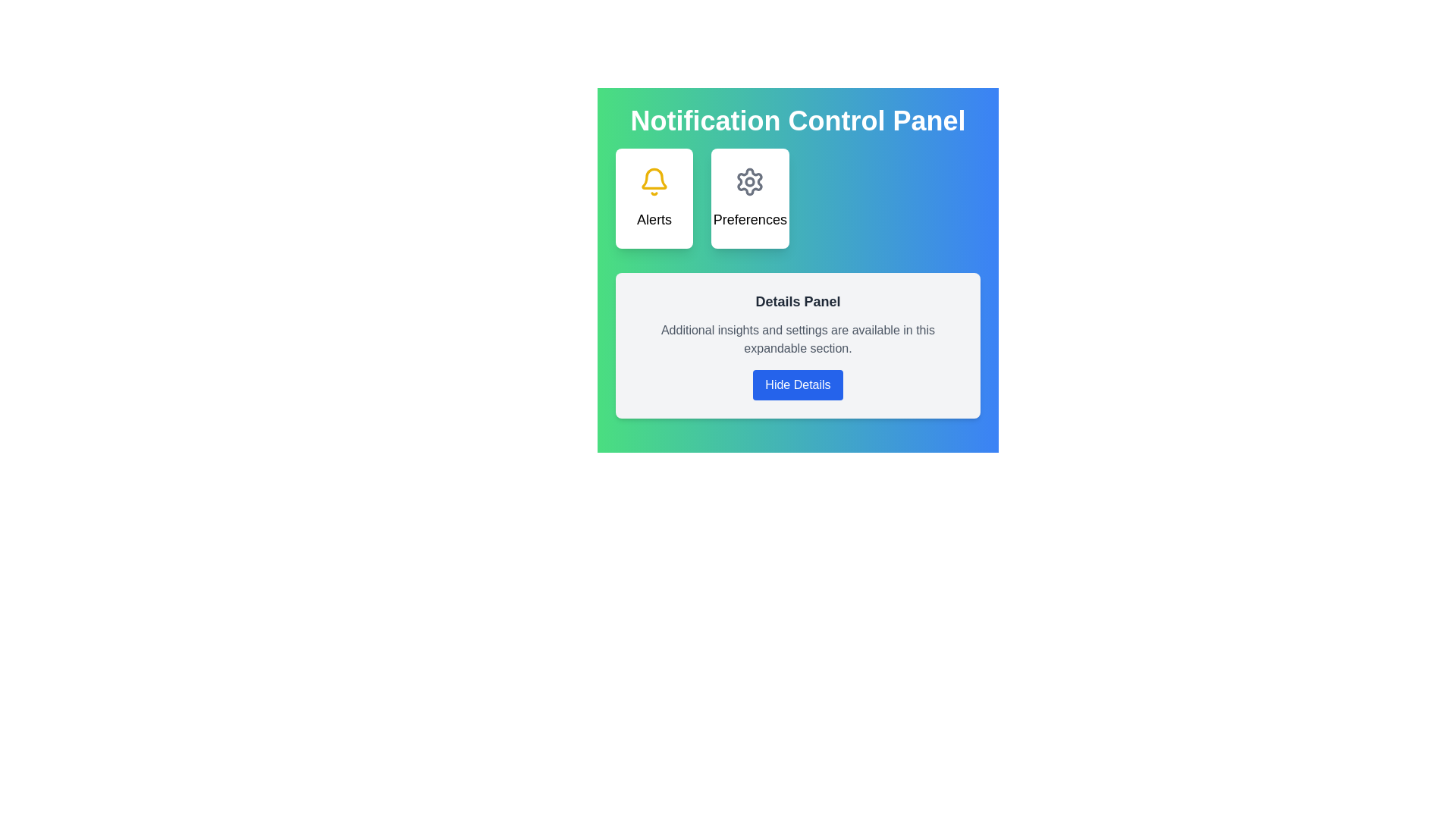 The height and width of the screenshot is (819, 1456). What do you see at coordinates (654, 219) in the screenshot?
I see `text label that describes the notification-related icon above it, providing insight into the section's purpose` at bounding box center [654, 219].